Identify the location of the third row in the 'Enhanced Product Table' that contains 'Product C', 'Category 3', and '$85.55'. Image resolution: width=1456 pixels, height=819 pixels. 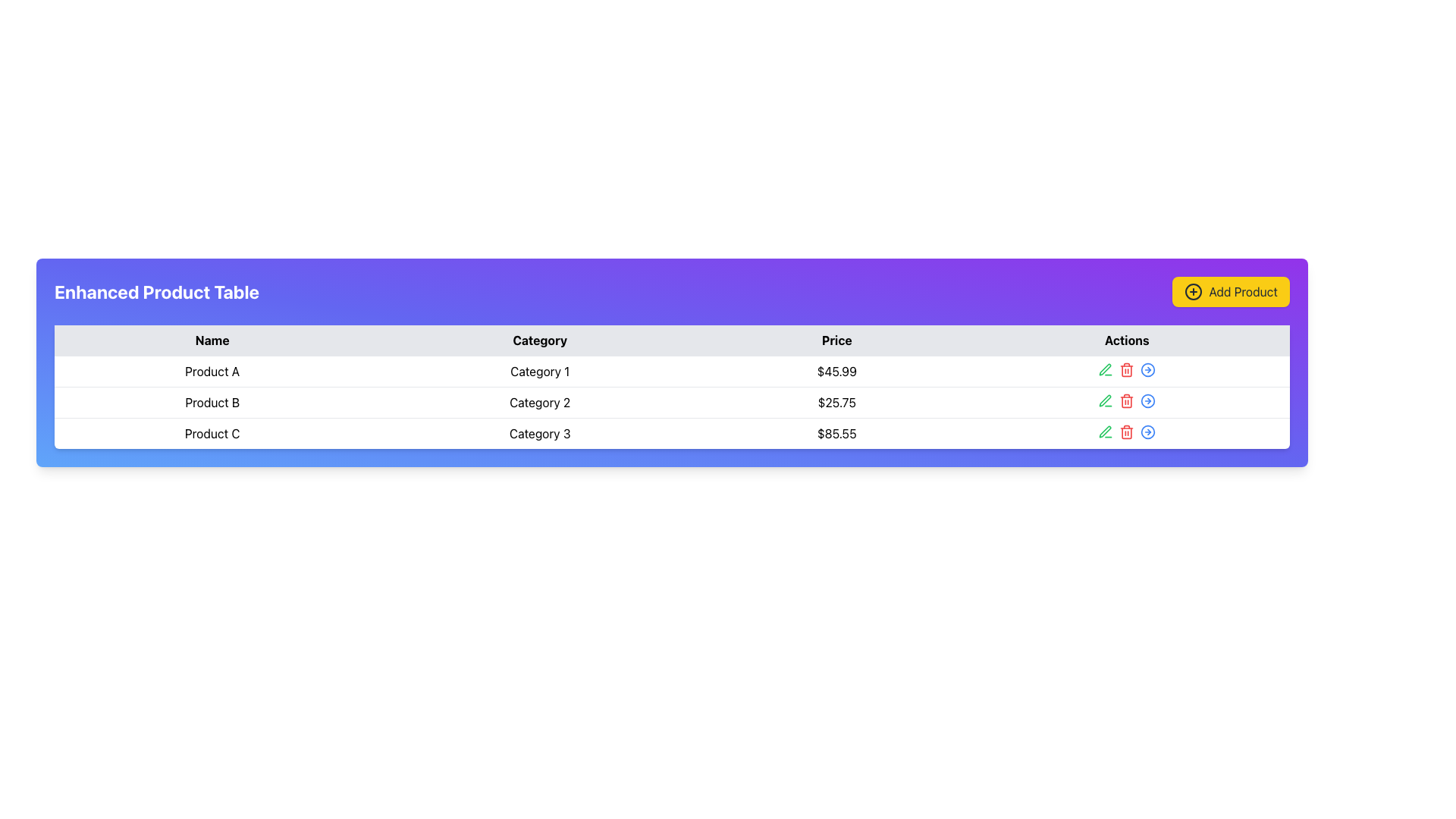
(671, 433).